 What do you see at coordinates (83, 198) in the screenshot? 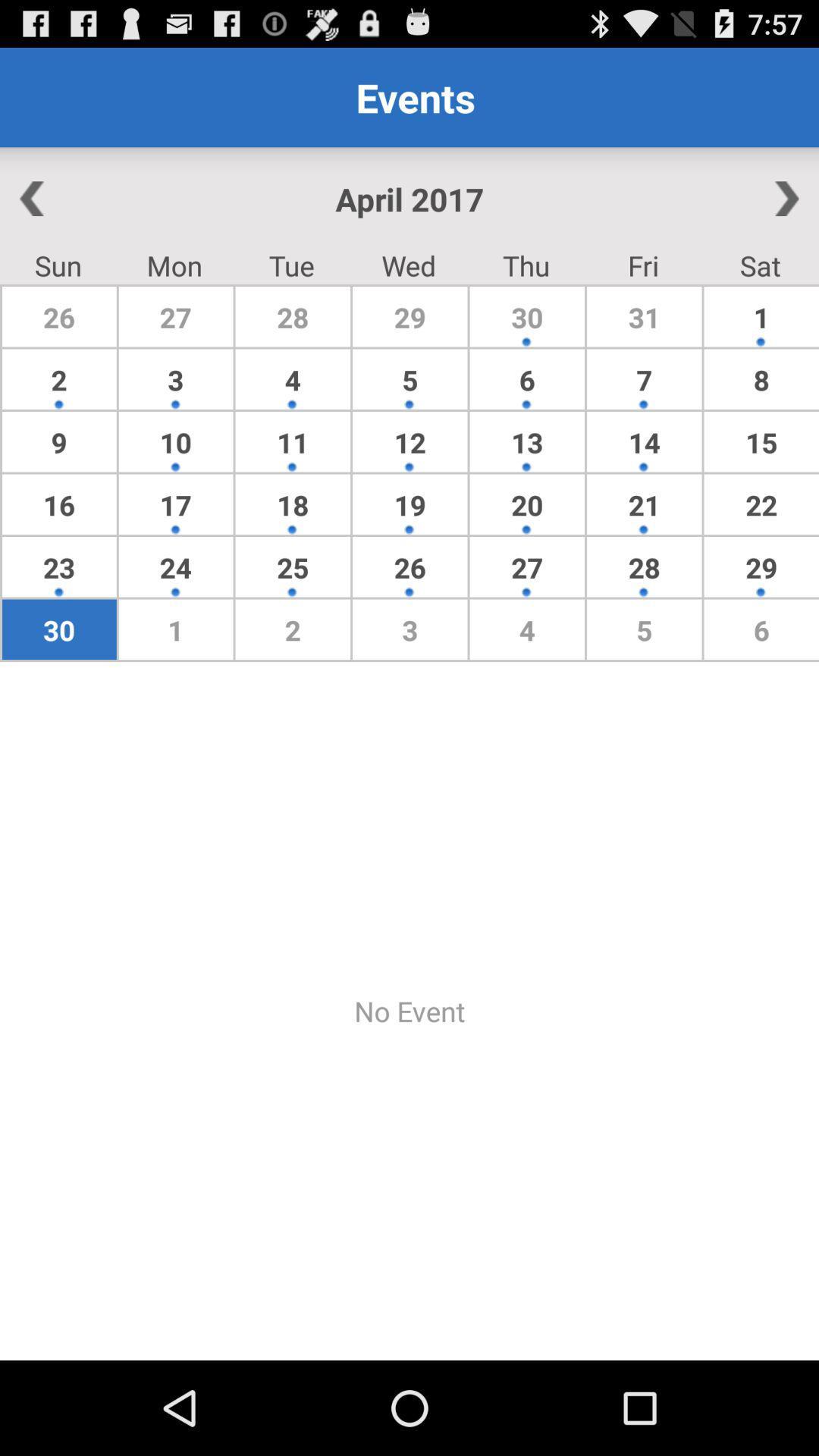
I see `the item to the left of april 2017 button` at bounding box center [83, 198].